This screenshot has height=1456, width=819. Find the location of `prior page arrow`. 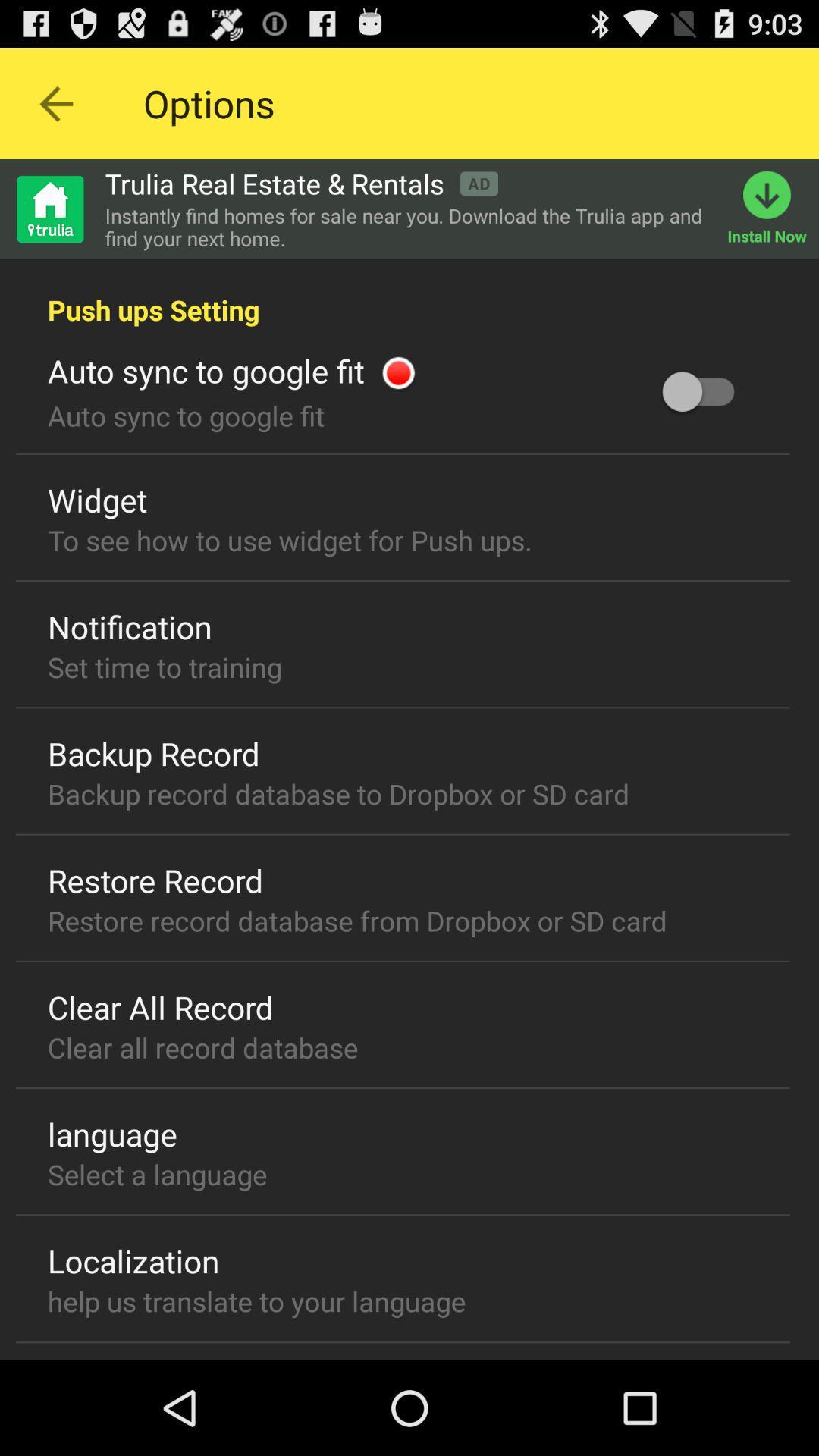

prior page arrow is located at coordinates (55, 102).